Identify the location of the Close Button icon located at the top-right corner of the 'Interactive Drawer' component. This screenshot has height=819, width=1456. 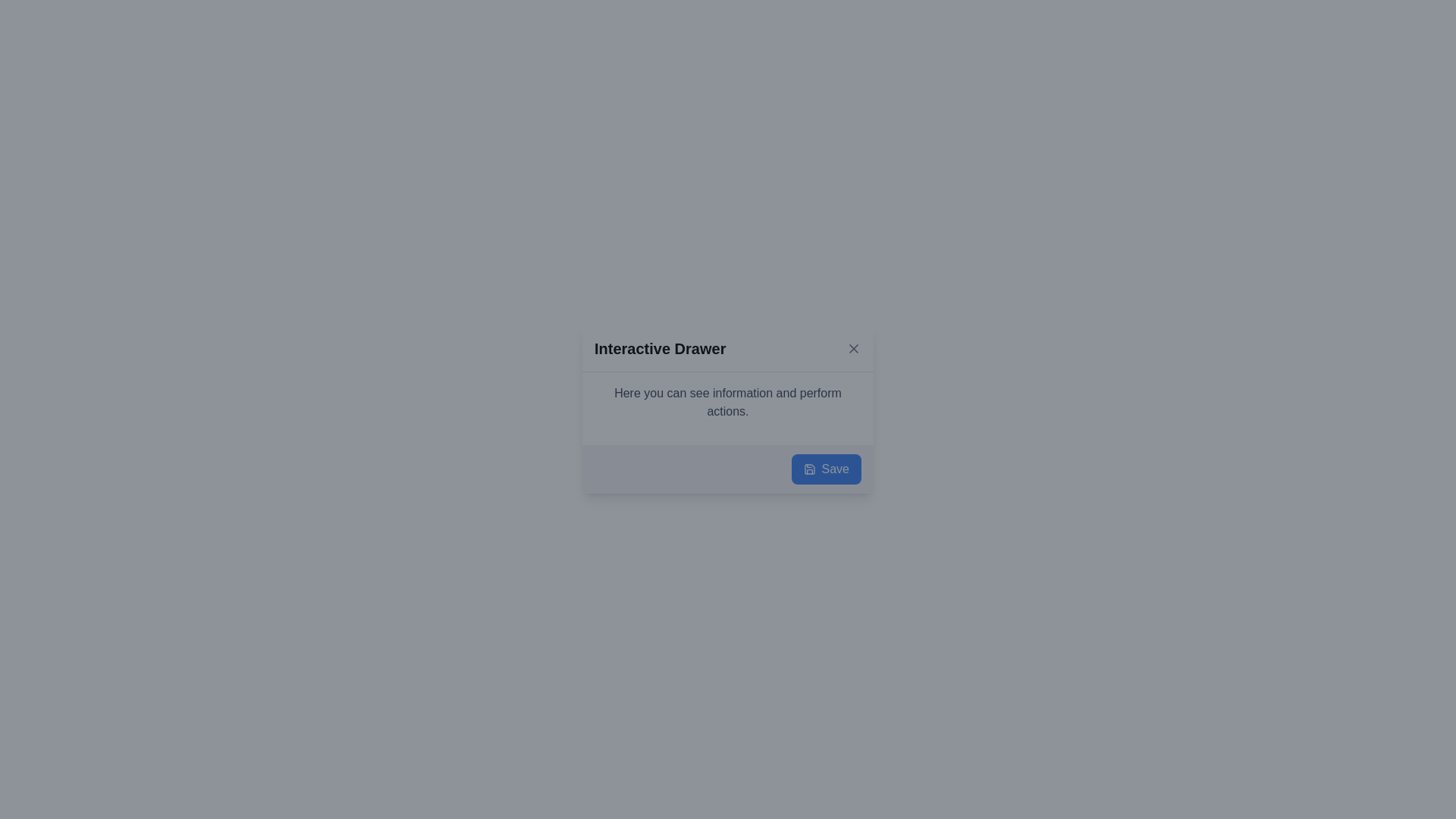
(854, 348).